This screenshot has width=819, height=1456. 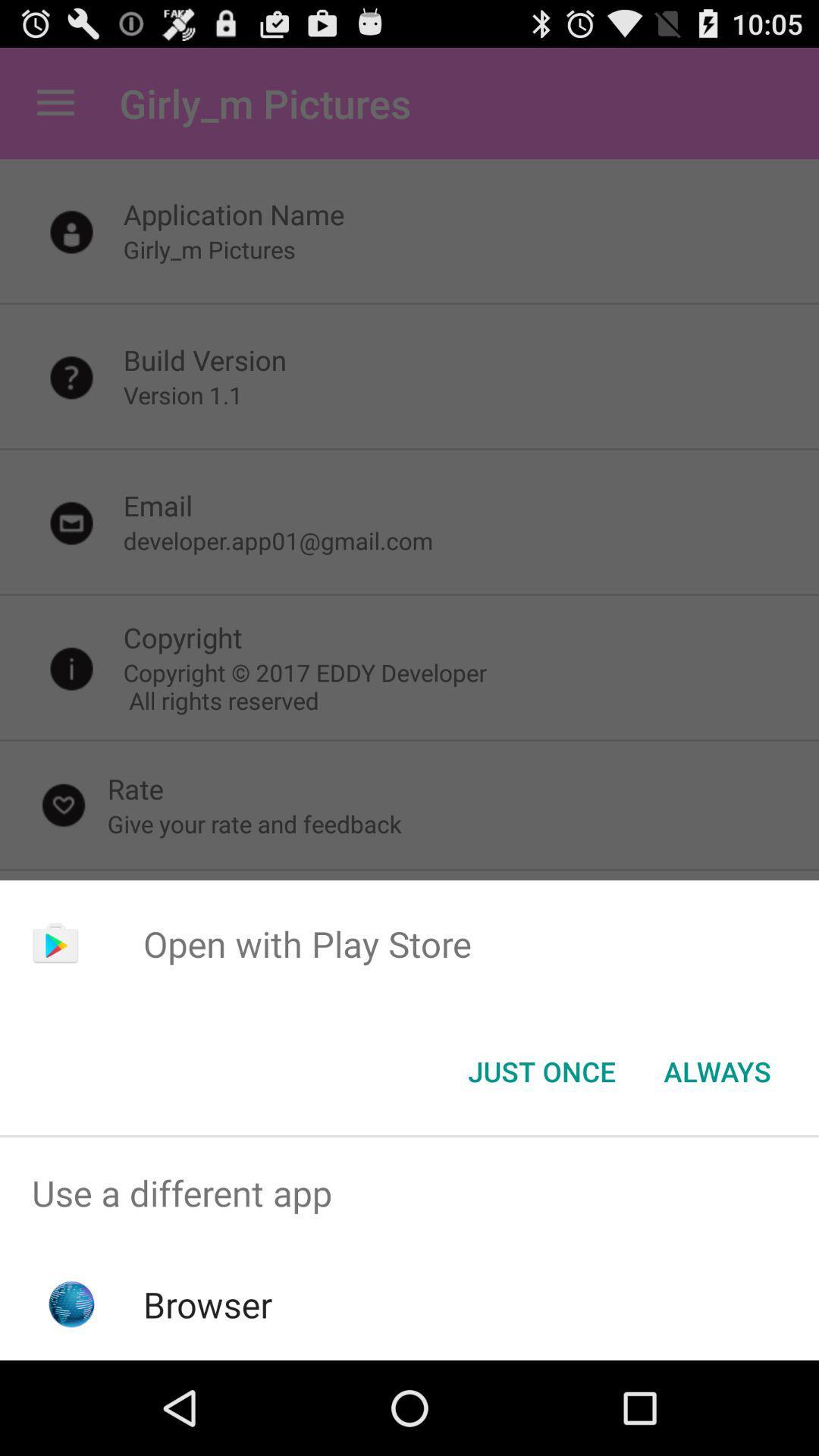 What do you see at coordinates (541, 1070) in the screenshot?
I see `item below the open with play` at bounding box center [541, 1070].